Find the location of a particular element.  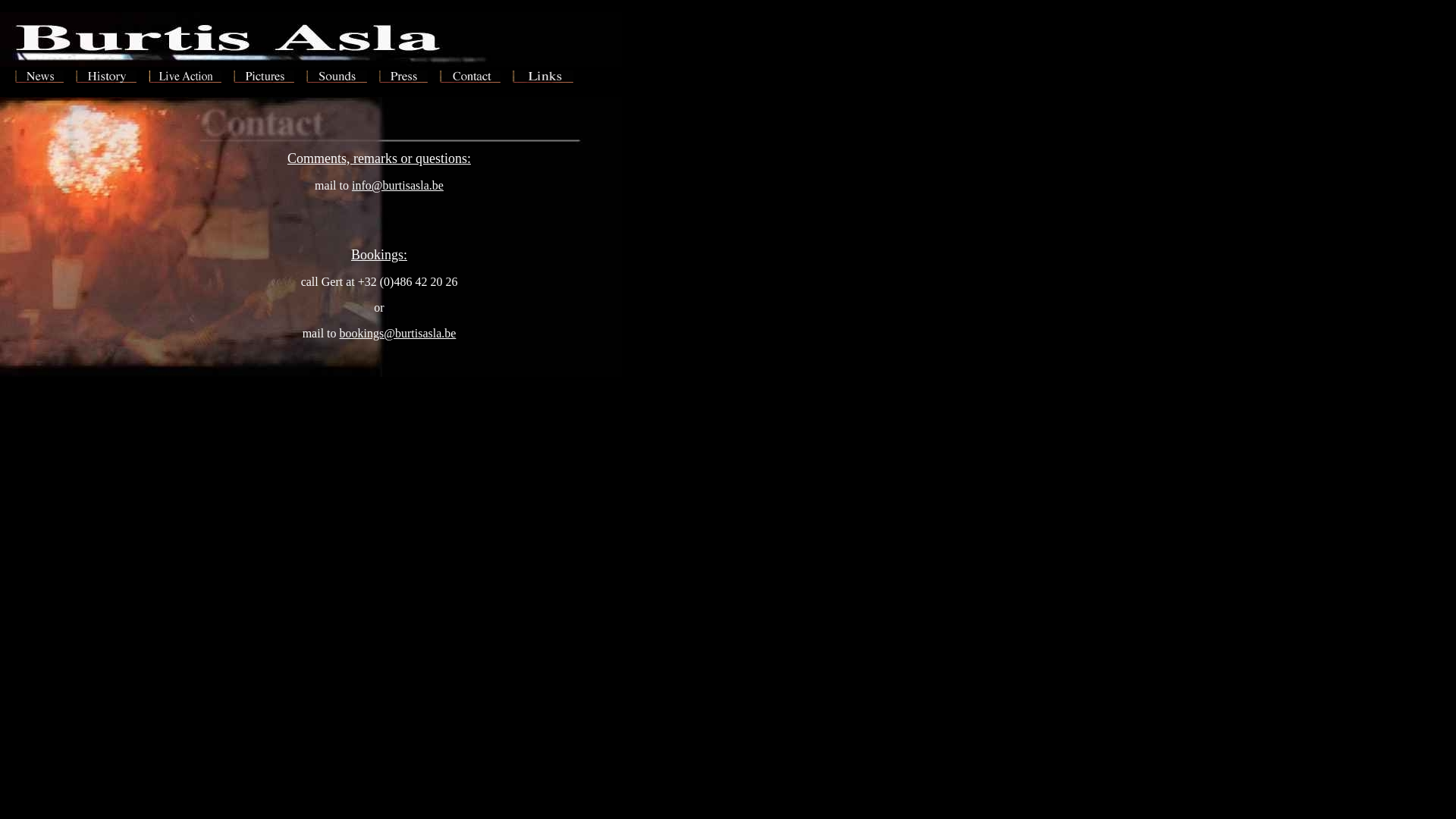

'bookings@burtisasla.be' is located at coordinates (397, 332).